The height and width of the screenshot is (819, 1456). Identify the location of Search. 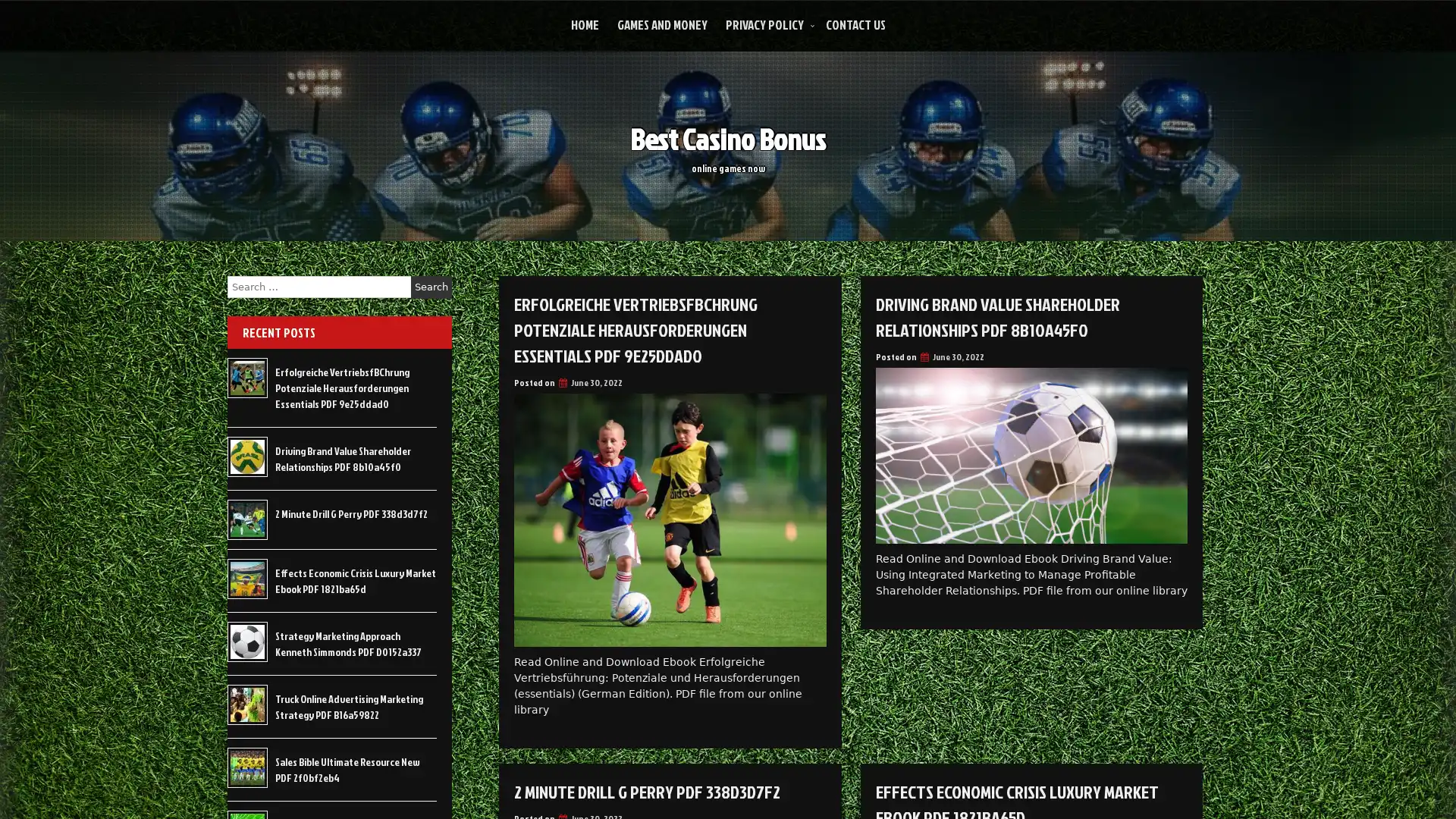
(431, 287).